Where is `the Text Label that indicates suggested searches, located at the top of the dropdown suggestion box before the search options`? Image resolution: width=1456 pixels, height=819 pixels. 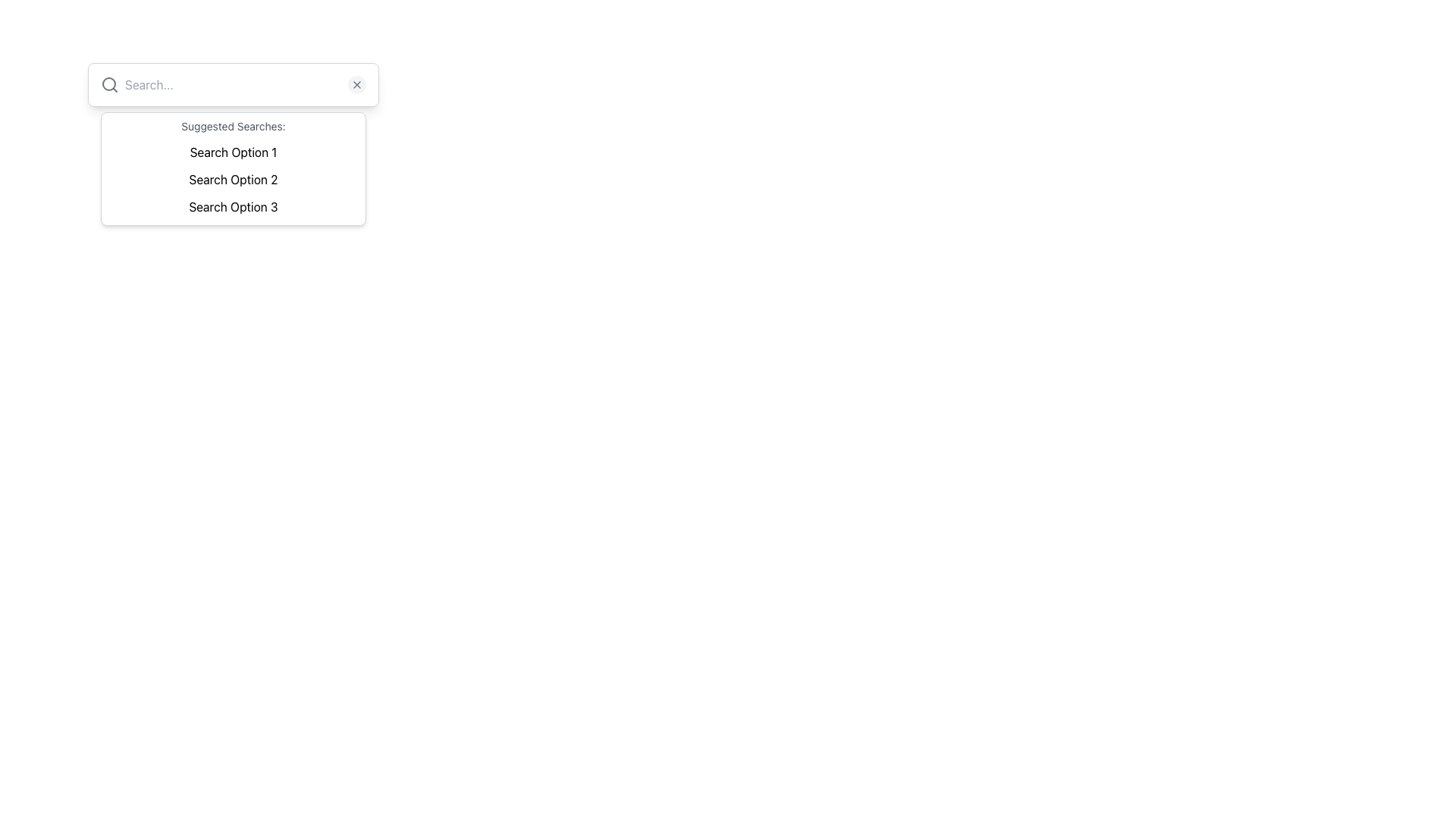 the Text Label that indicates suggested searches, located at the top of the dropdown suggestion box before the search options is located at coordinates (232, 125).